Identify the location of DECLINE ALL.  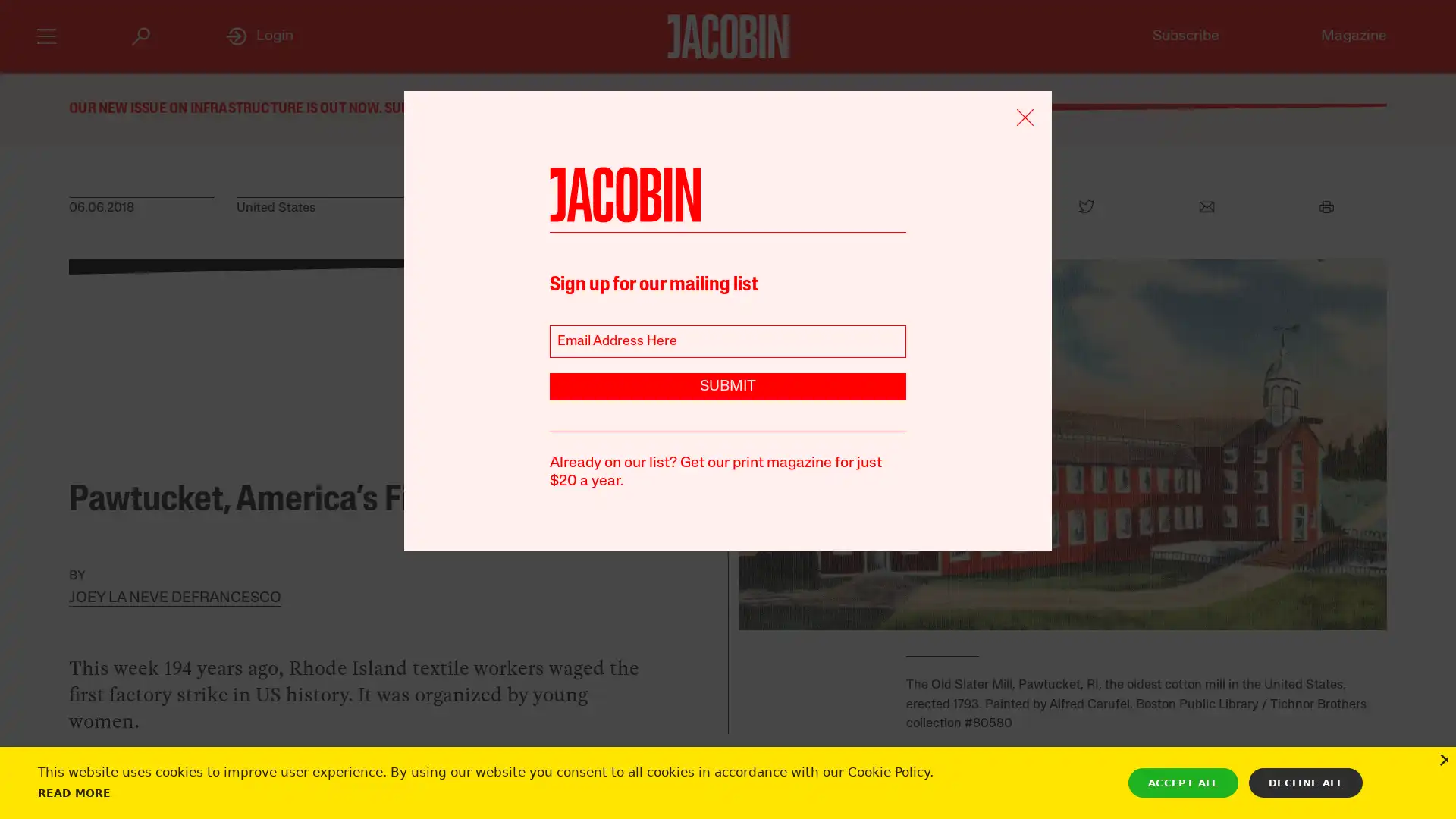
(1304, 782).